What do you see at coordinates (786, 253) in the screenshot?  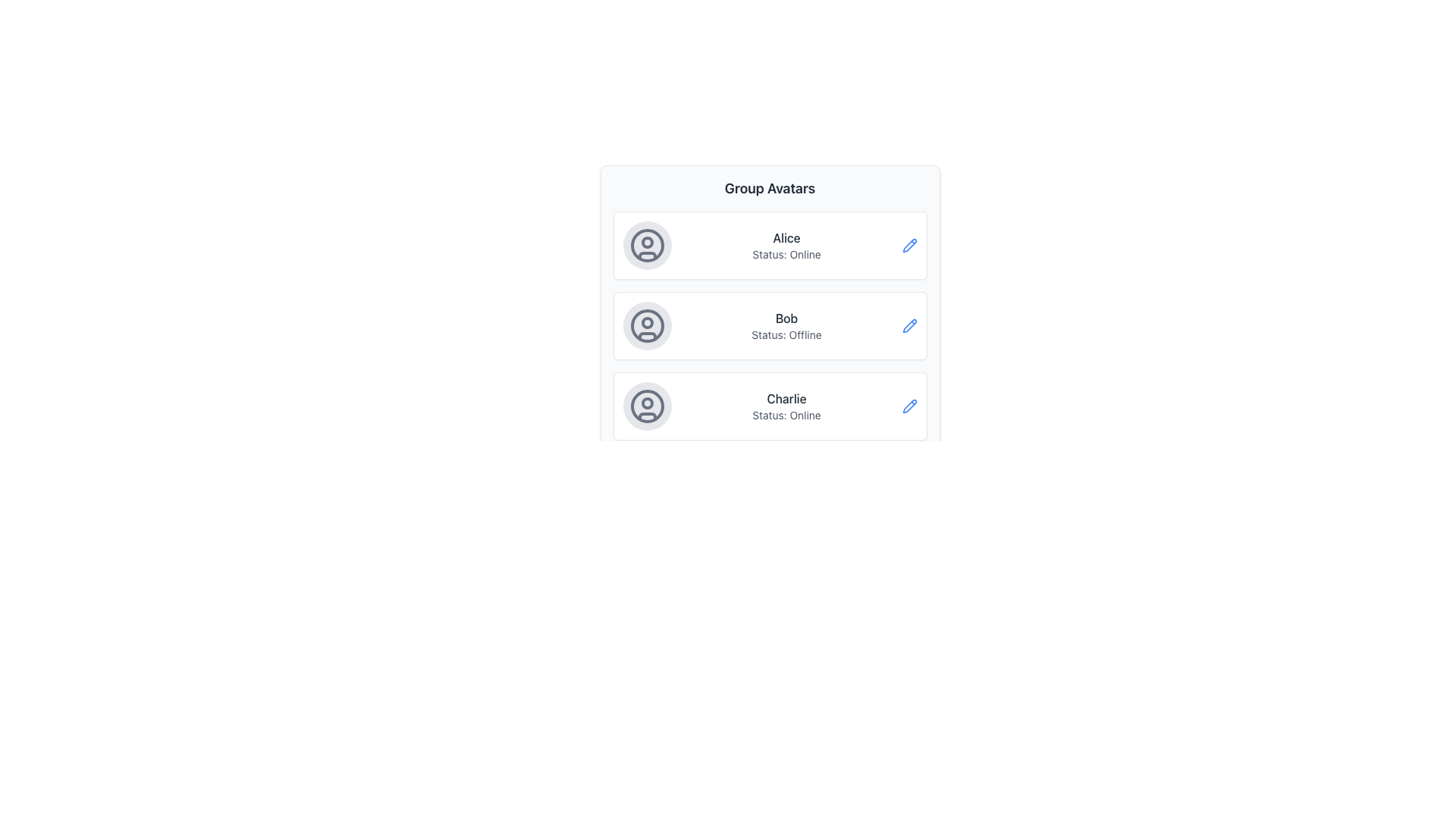 I see `the static text label displaying 'Status: Online', which is located below the name 'Alice' in the first list item` at bounding box center [786, 253].